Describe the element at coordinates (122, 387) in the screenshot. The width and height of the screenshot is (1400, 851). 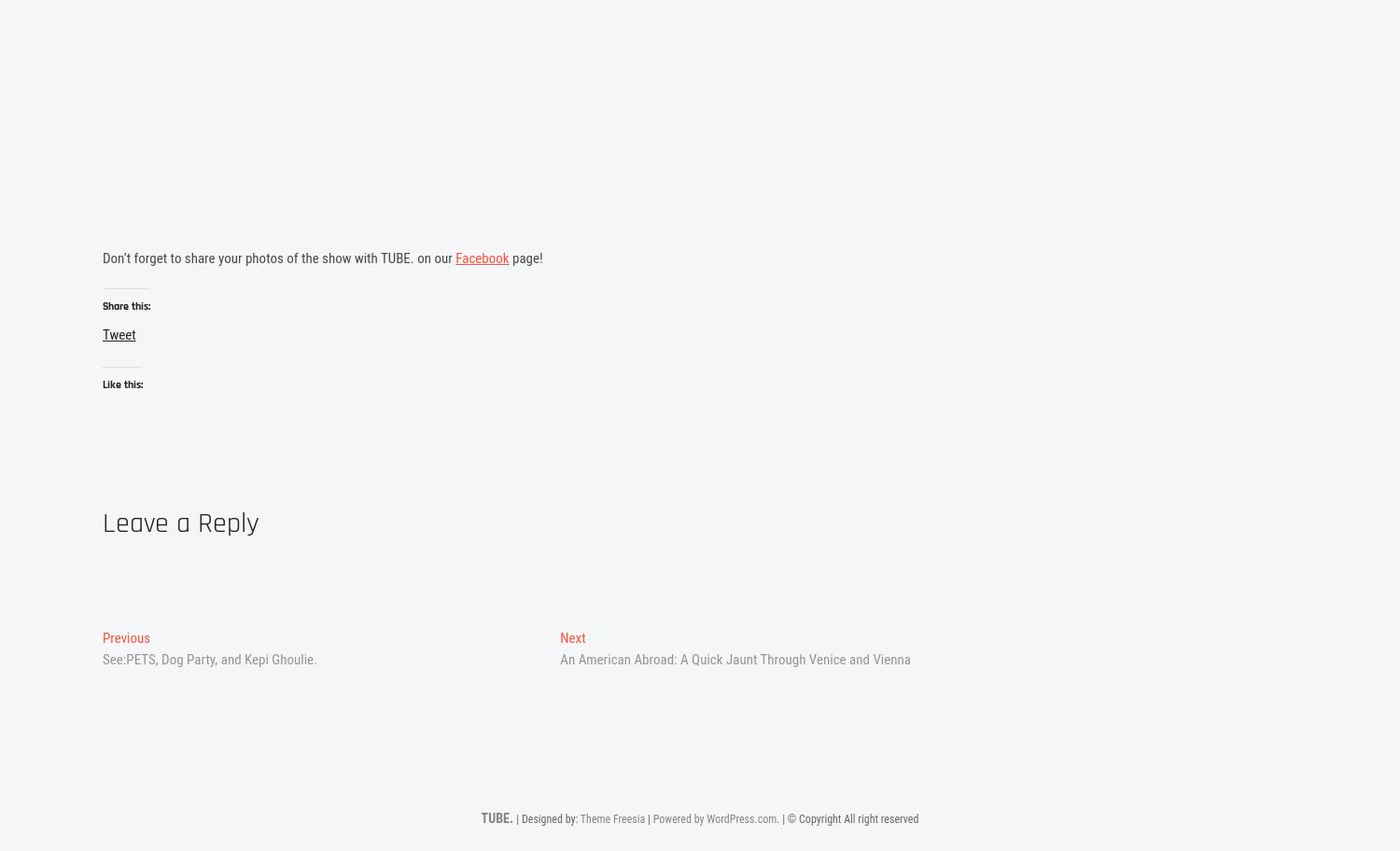
I see `'Like this:'` at that location.